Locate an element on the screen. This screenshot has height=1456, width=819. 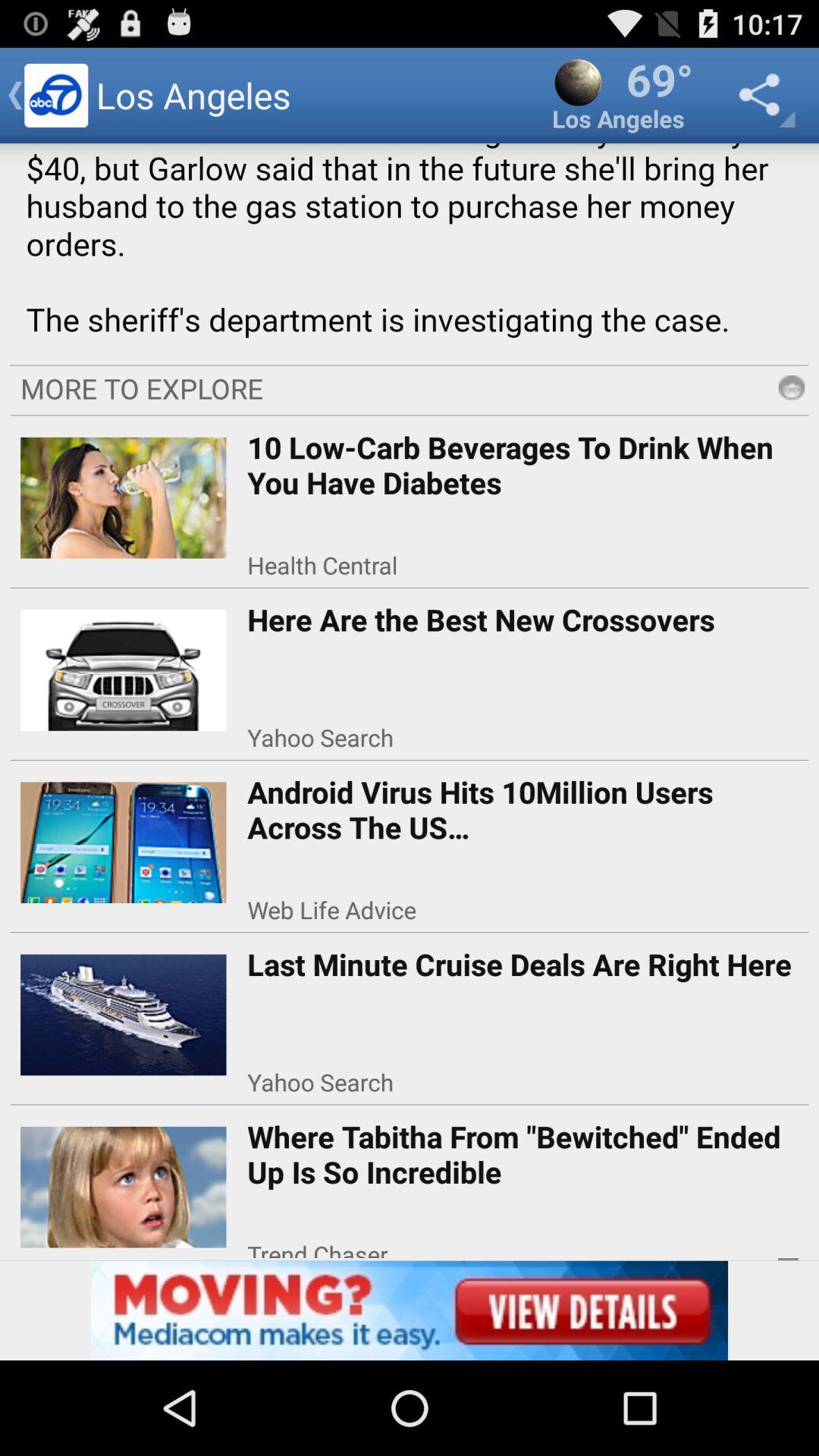
opens the advertisement is located at coordinates (409, 1310).